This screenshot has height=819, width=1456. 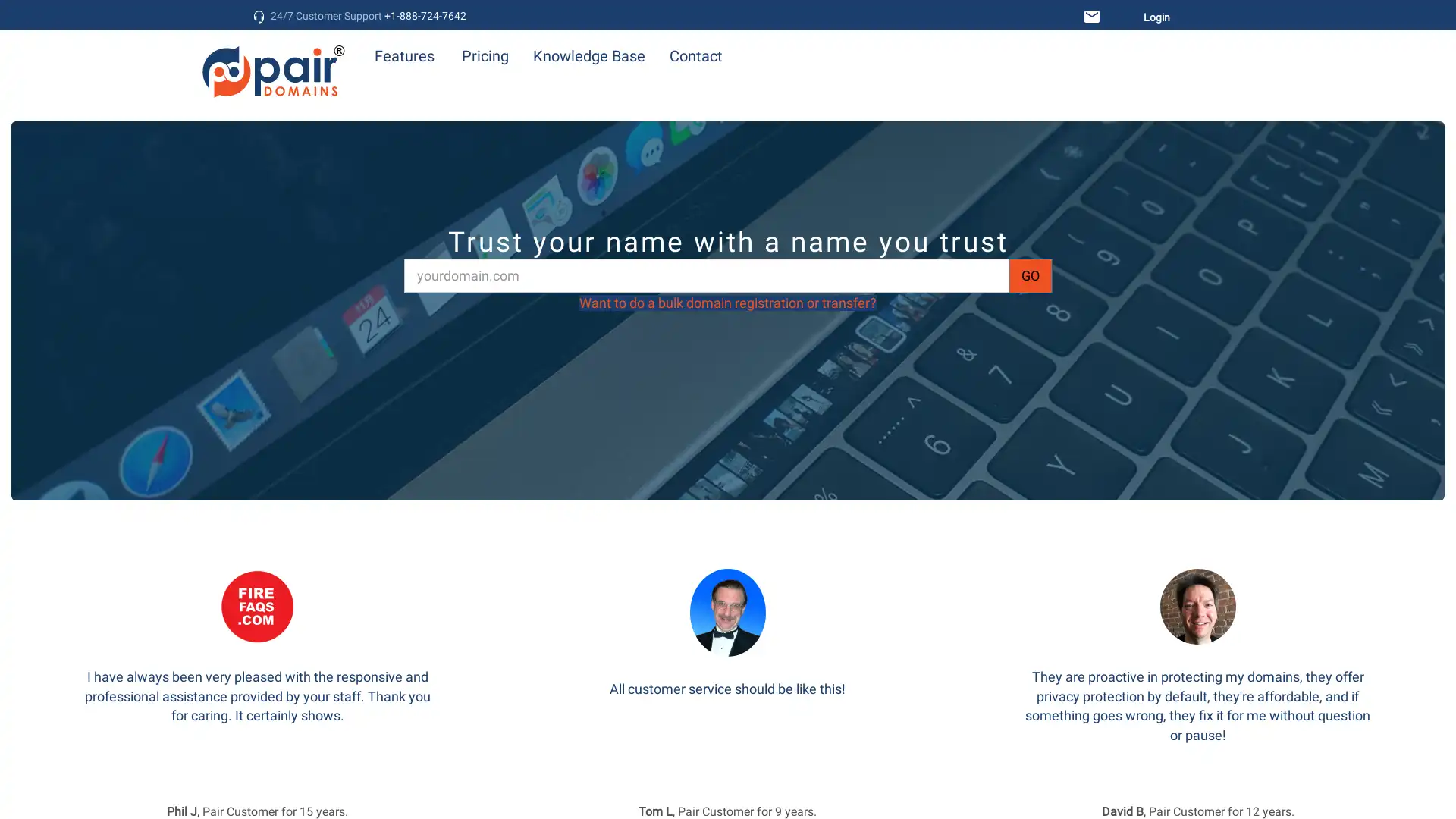 I want to click on GO, so click(x=1030, y=275).